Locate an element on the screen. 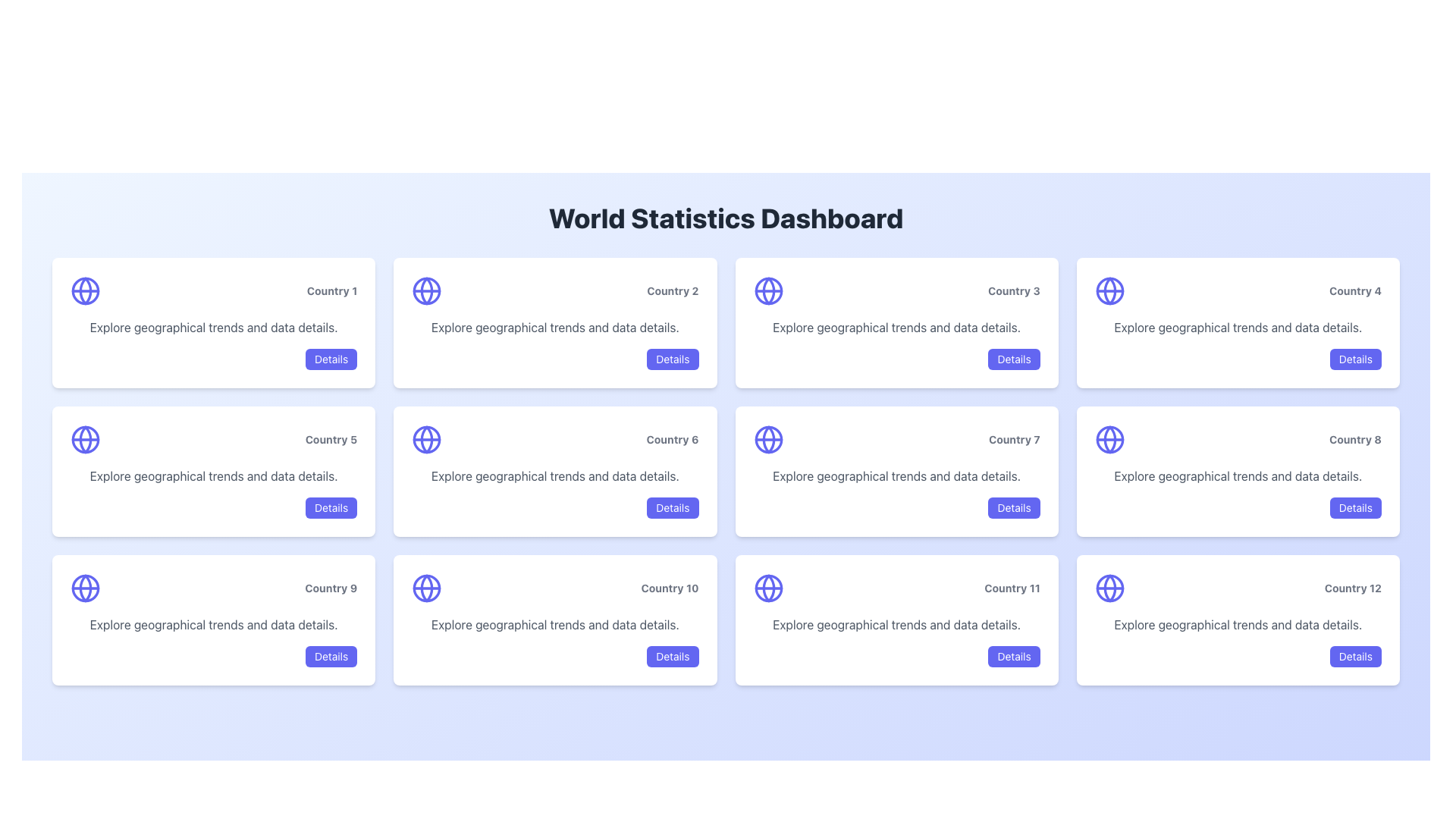 This screenshot has width=1456, height=819. the blue globe-like icon segment located at the top left corner of the box for 'Country 6' in the second row, second column of the grid layout is located at coordinates (426, 439).